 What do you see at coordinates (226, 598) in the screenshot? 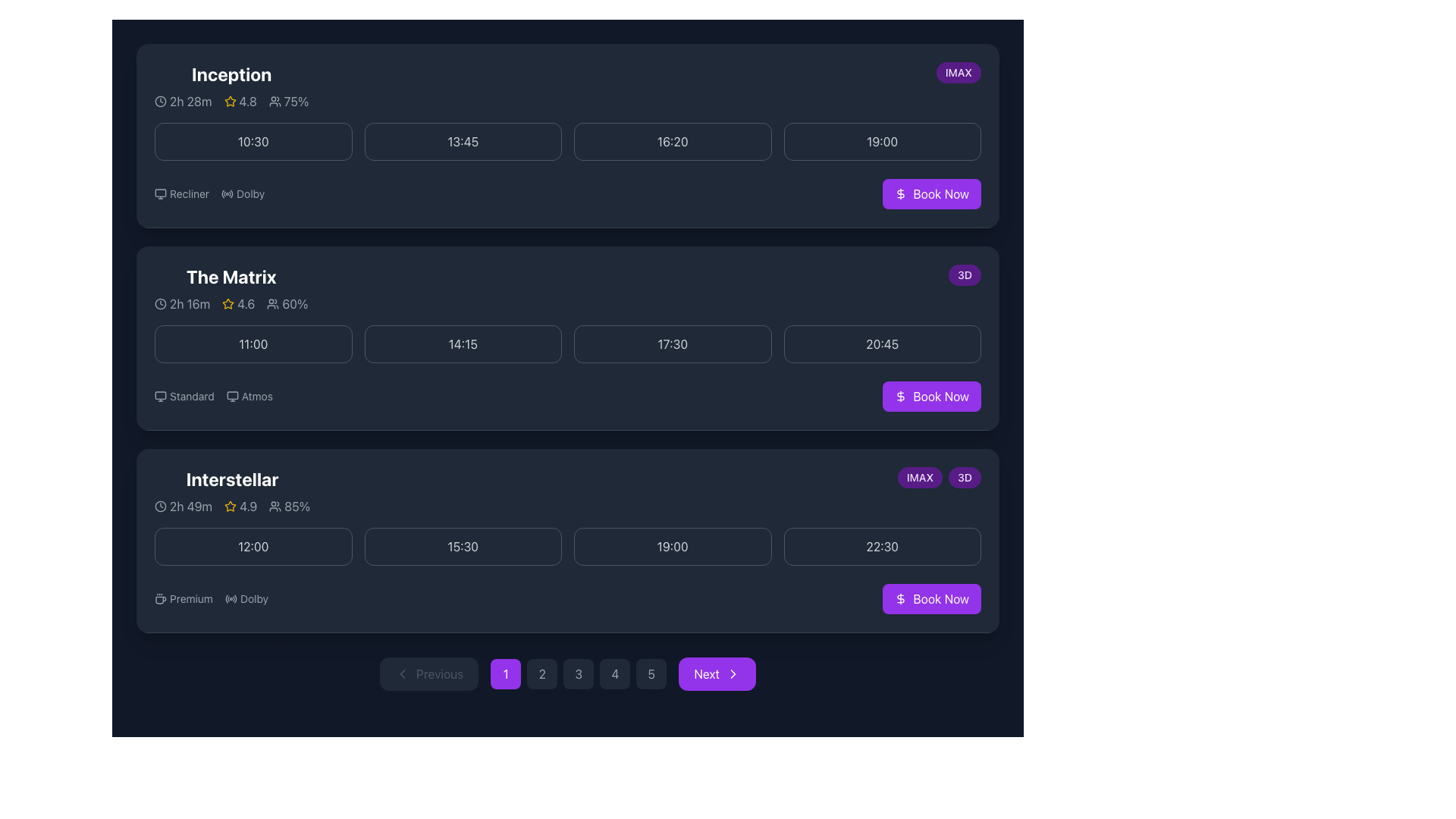
I see `the first arc segment of the circular graphical icon on the left side of the 'Interstellar' section` at bounding box center [226, 598].